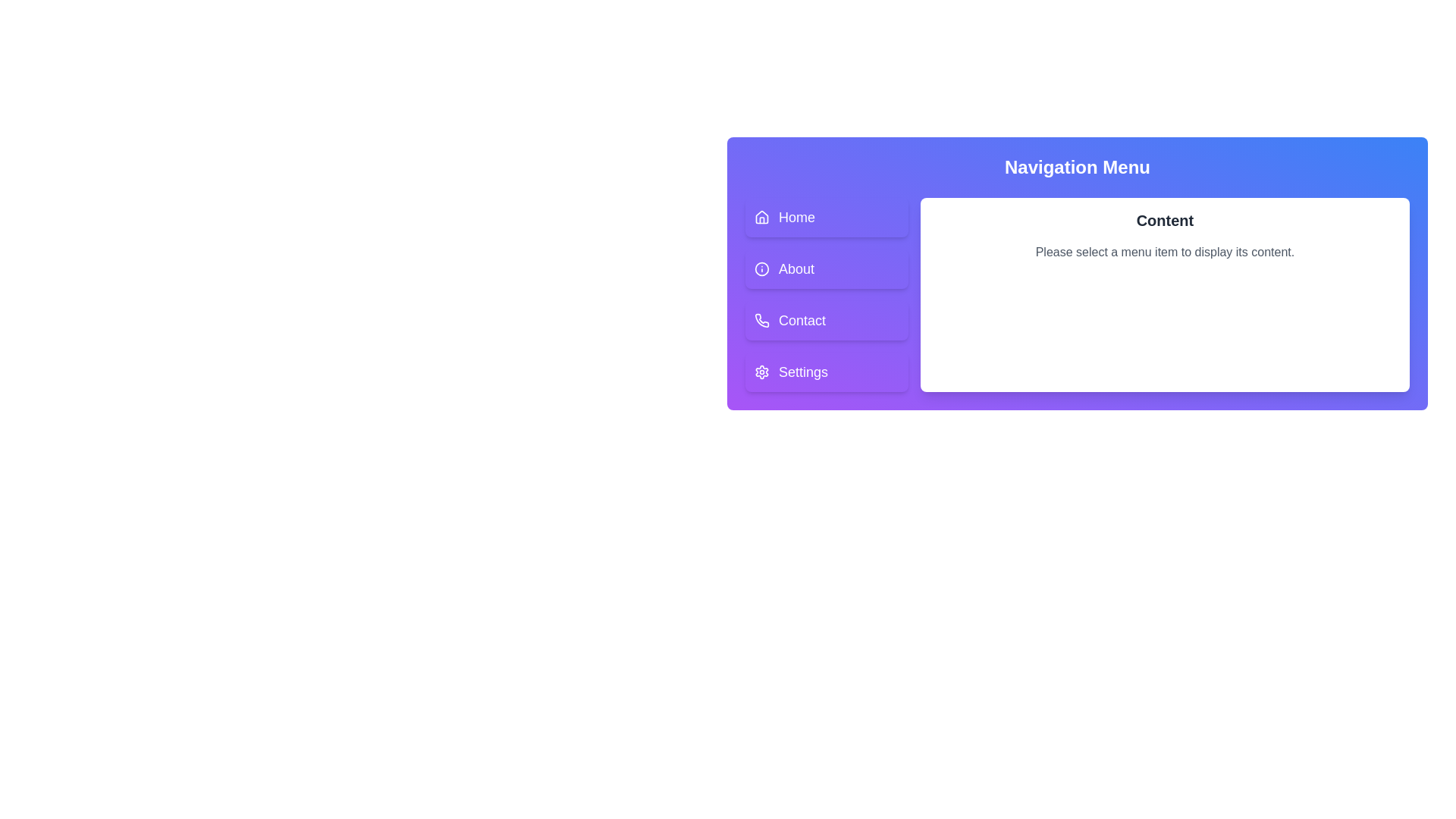  What do you see at coordinates (762, 319) in the screenshot?
I see `the 'Contact' button in the vertical navigation menu` at bounding box center [762, 319].